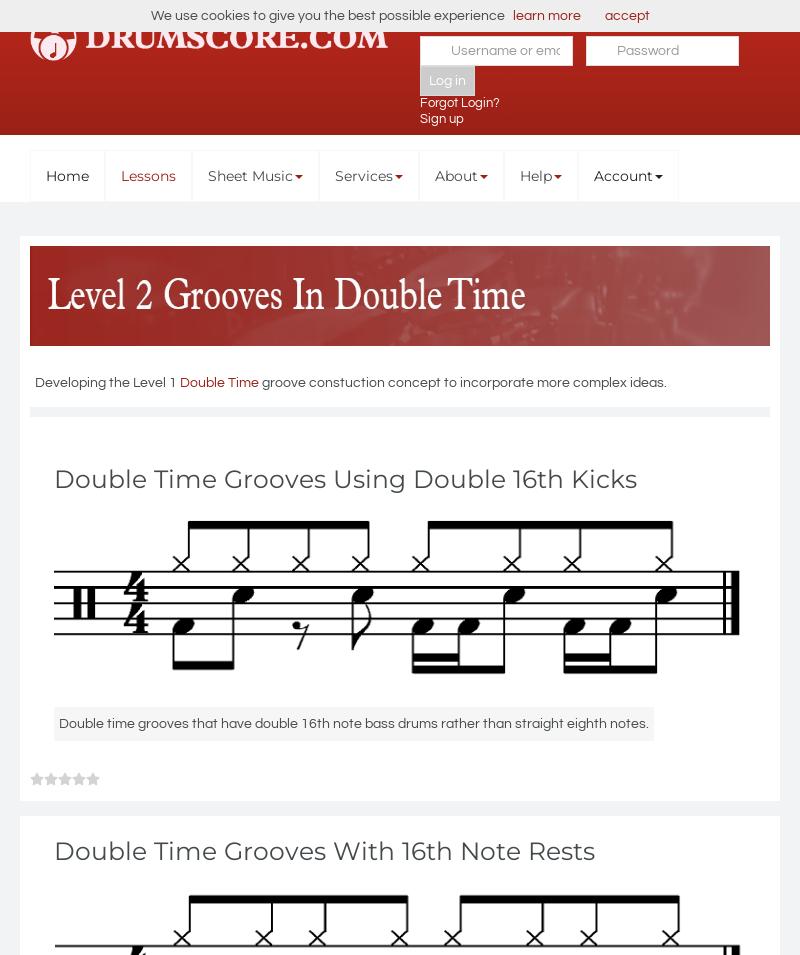  What do you see at coordinates (219, 381) in the screenshot?
I see `'Double Time'` at bounding box center [219, 381].